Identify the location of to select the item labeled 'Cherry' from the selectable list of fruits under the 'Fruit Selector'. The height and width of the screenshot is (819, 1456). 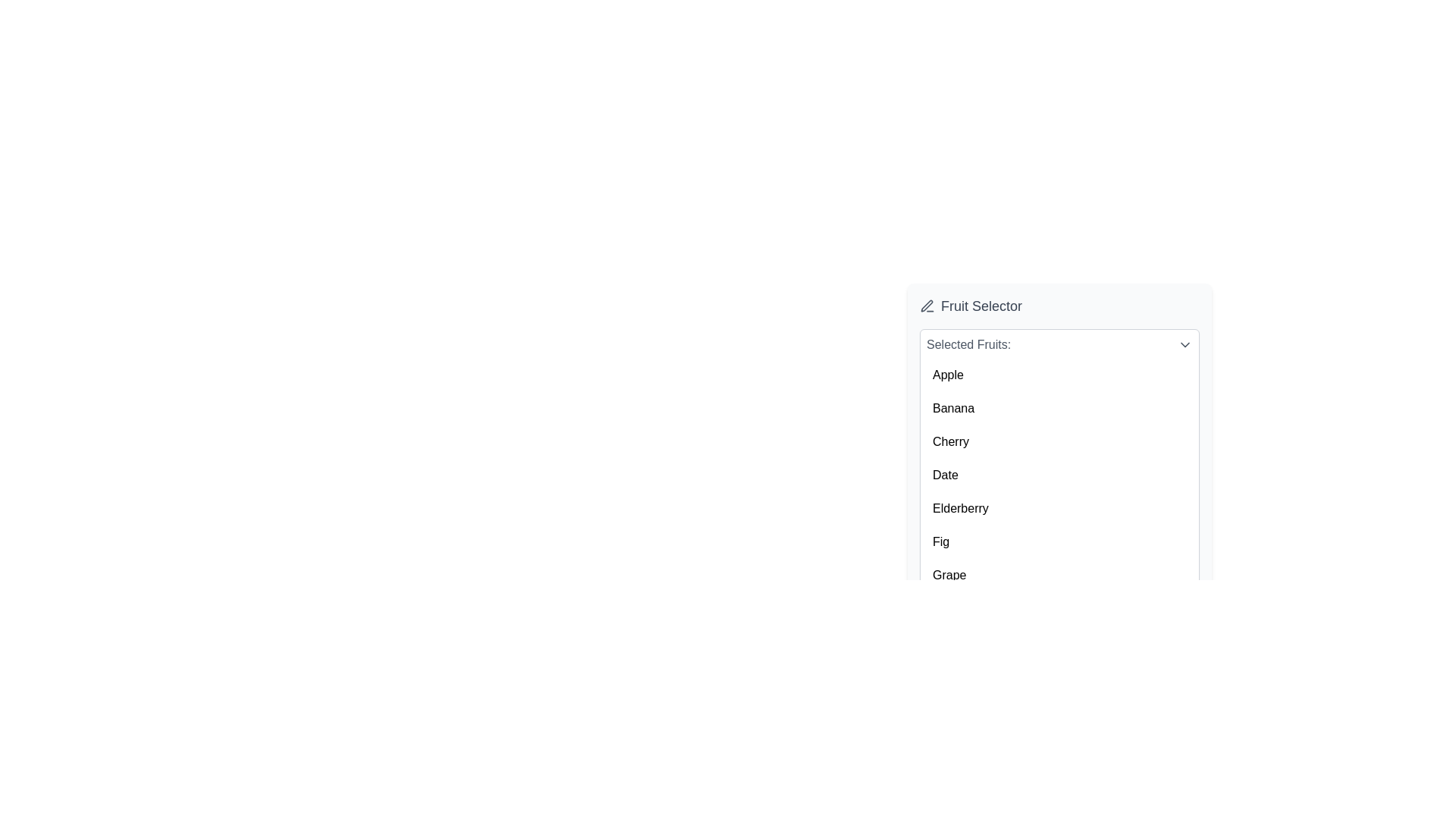
(1059, 441).